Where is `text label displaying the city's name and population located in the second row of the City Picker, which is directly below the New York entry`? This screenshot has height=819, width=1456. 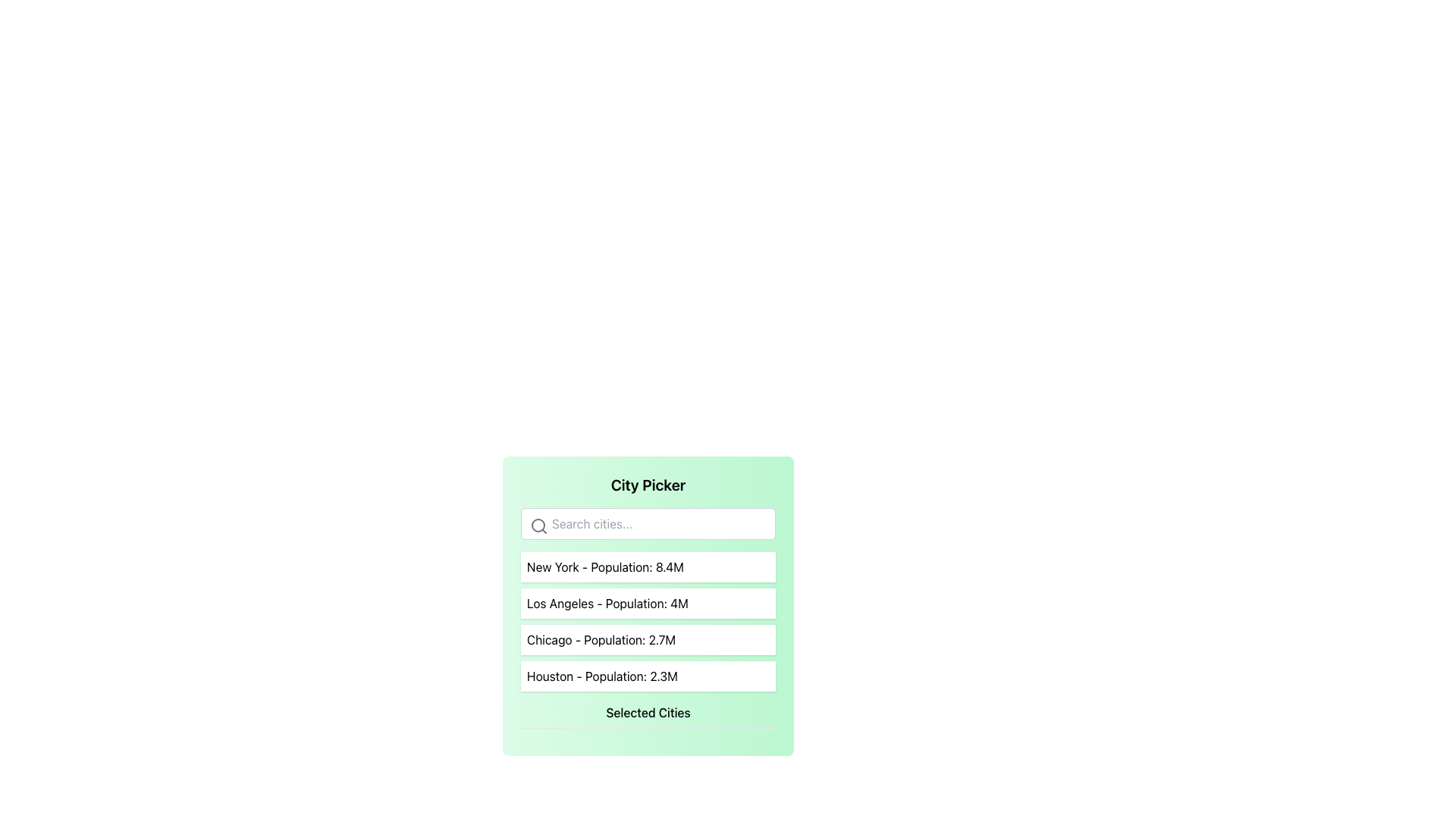 text label displaying the city's name and population located in the second row of the City Picker, which is directly below the New York entry is located at coordinates (607, 602).